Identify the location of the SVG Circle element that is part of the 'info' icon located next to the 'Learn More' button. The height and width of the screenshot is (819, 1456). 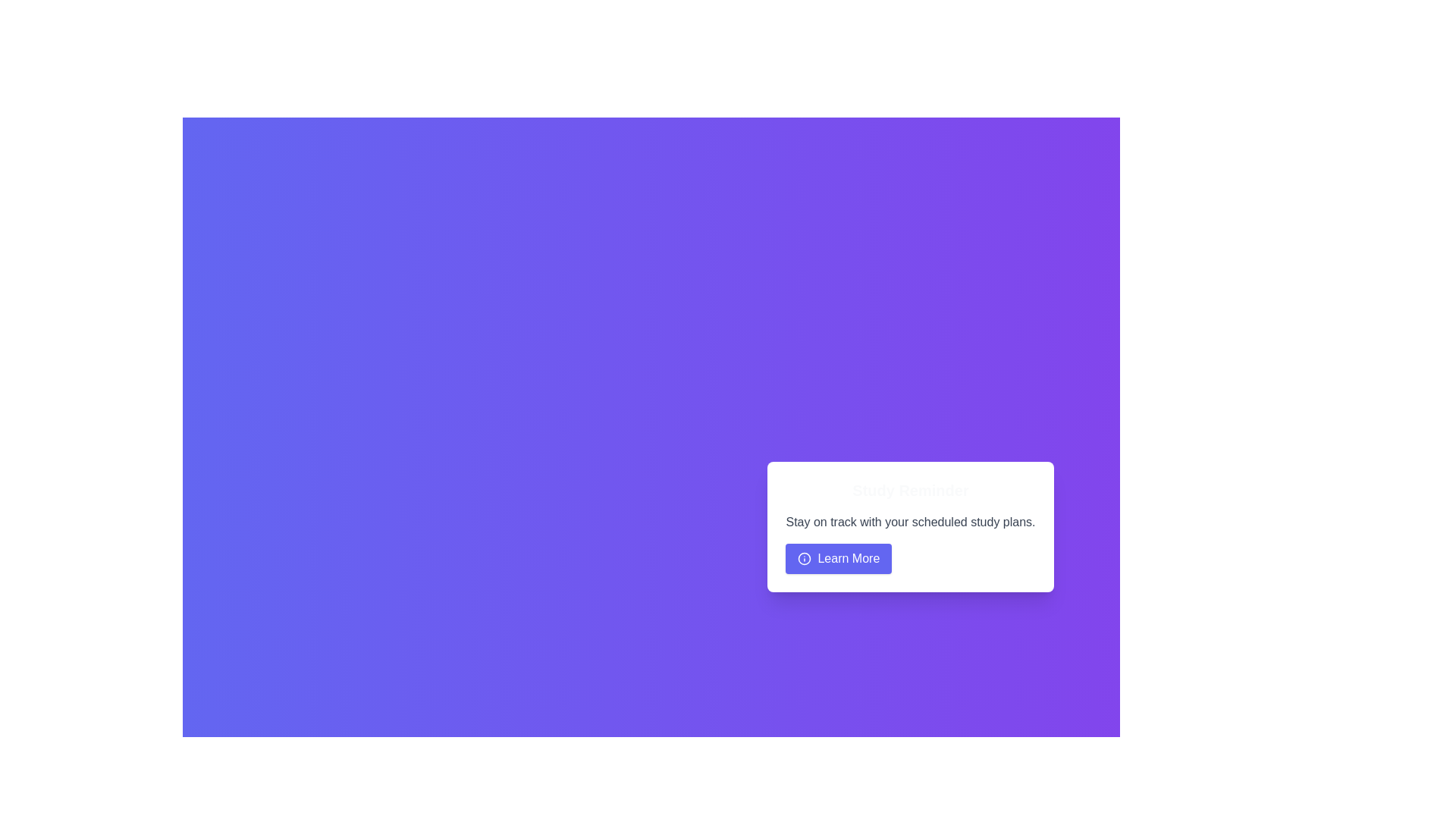
(804, 558).